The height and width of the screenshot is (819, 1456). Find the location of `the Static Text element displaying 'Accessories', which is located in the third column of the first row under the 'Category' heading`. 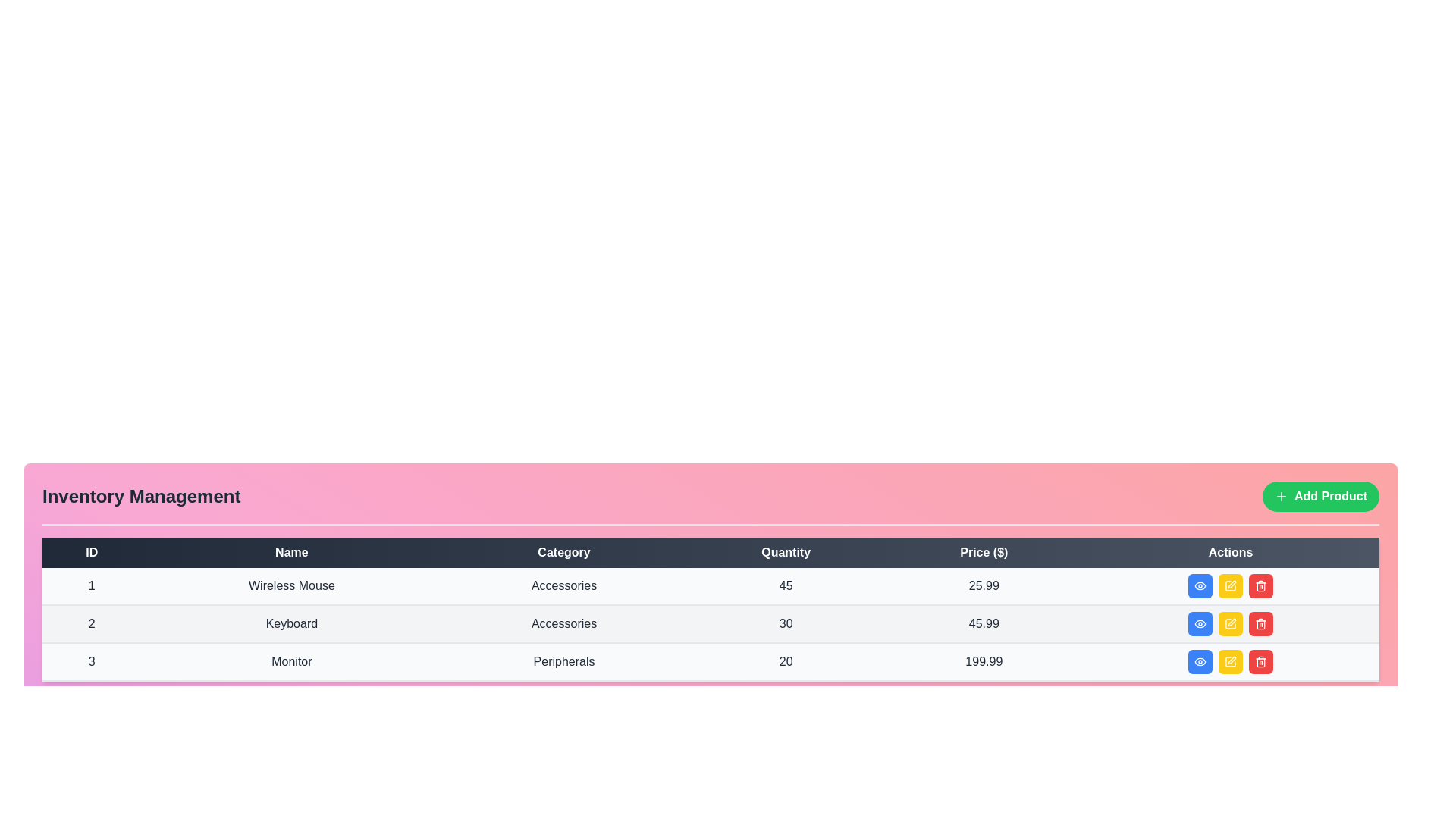

the Static Text element displaying 'Accessories', which is located in the third column of the first row under the 'Category' heading is located at coordinates (563, 585).